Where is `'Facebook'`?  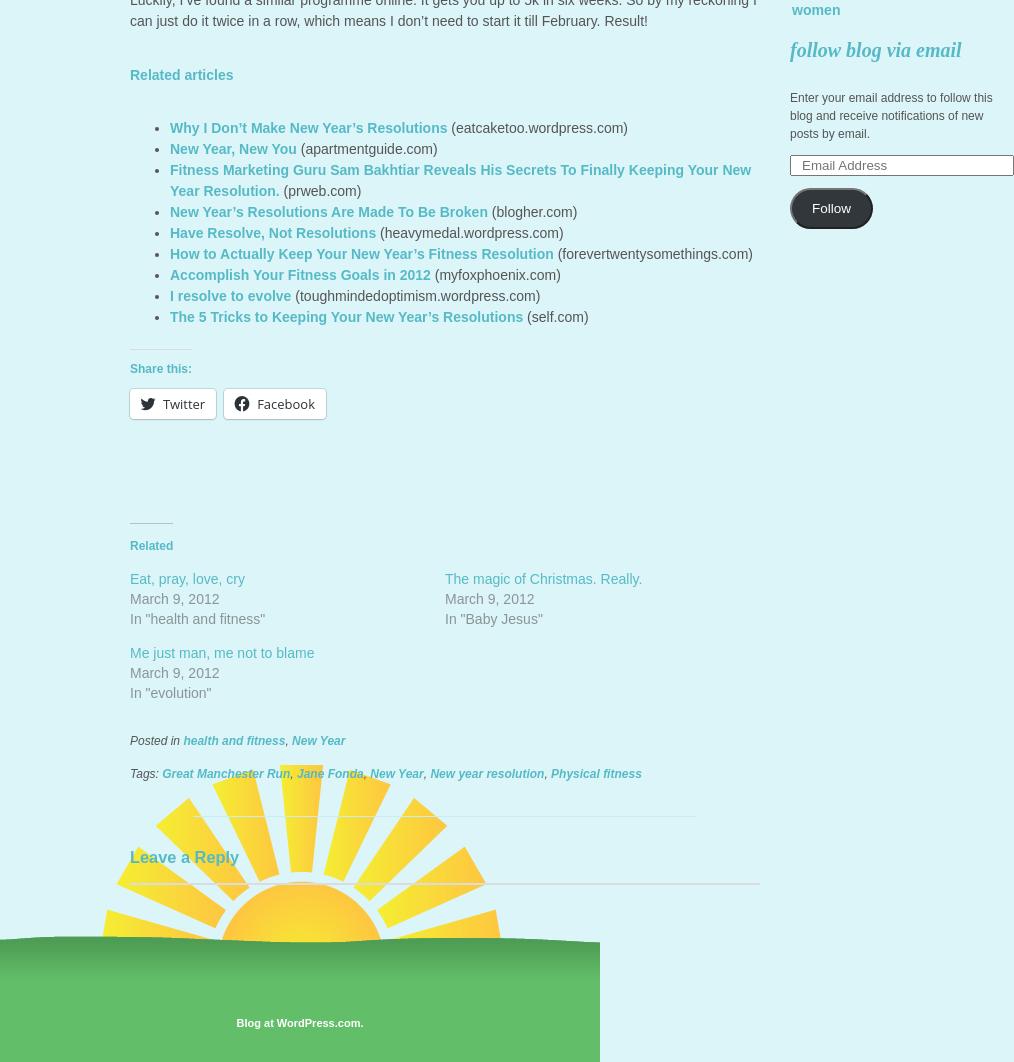
'Facebook' is located at coordinates (286, 402).